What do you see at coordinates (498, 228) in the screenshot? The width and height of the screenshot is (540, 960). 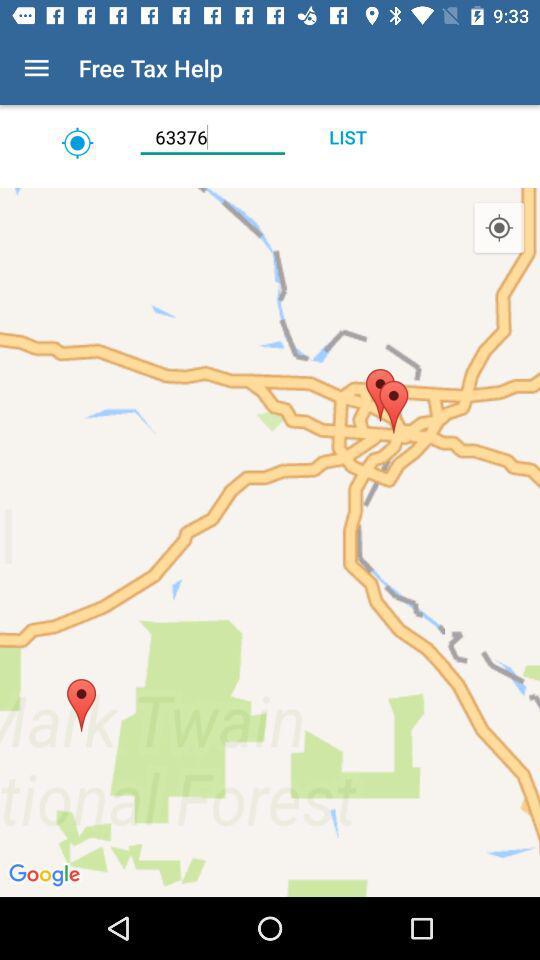 I see `the location_crosshair icon` at bounding box center [498, 228].